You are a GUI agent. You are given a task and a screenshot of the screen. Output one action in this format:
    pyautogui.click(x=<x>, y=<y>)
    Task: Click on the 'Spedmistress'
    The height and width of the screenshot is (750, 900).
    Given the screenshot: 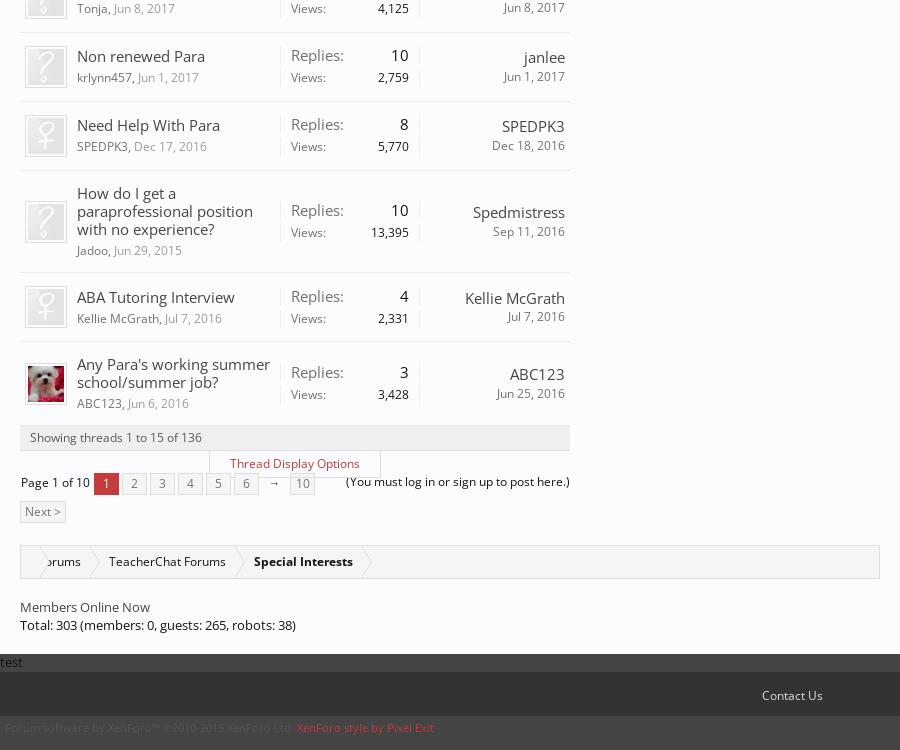 What is the action you would take?
    pyautogui.click(x=518, y=211)
    